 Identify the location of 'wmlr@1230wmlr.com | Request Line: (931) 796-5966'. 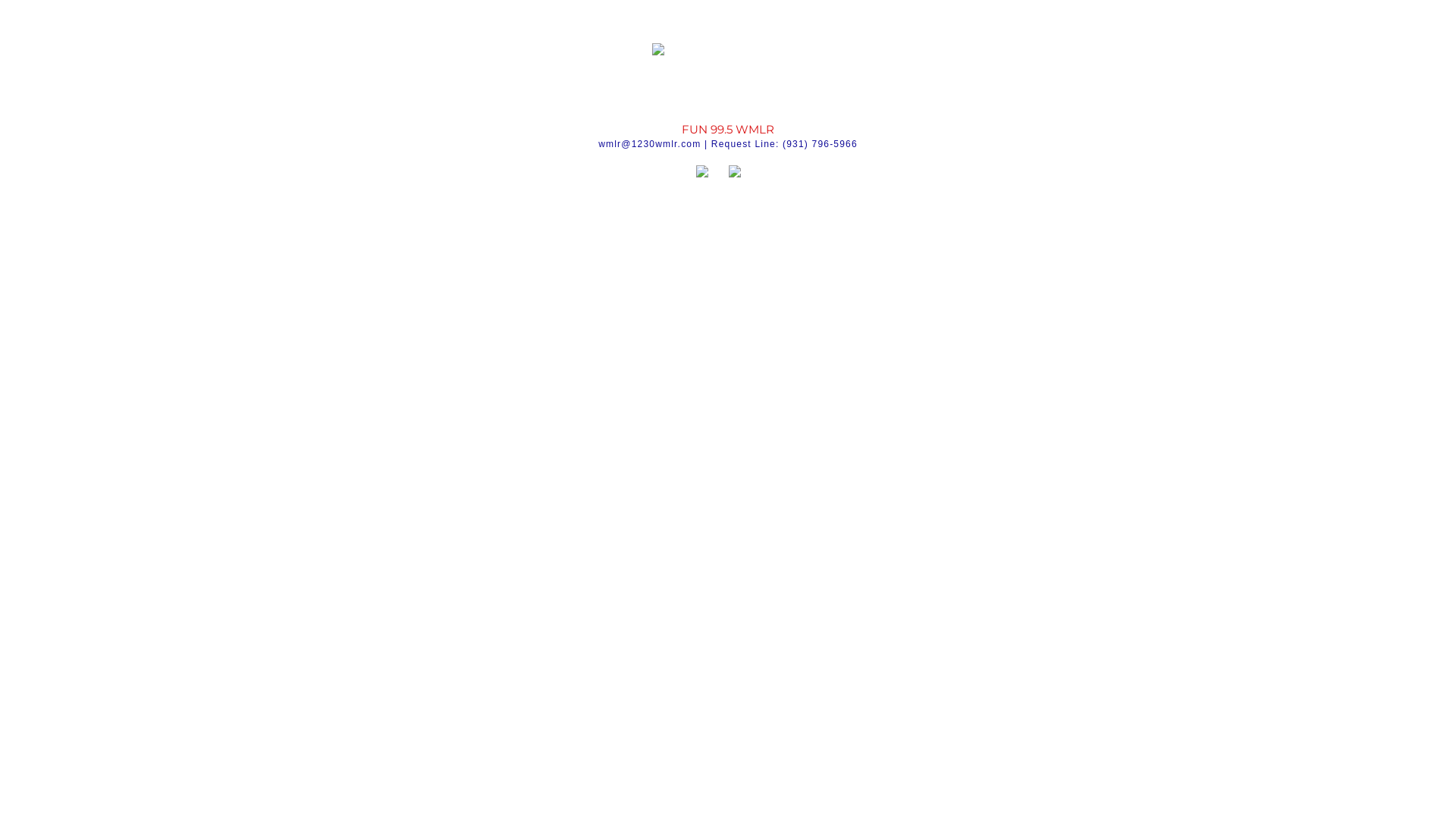
(728, 143).